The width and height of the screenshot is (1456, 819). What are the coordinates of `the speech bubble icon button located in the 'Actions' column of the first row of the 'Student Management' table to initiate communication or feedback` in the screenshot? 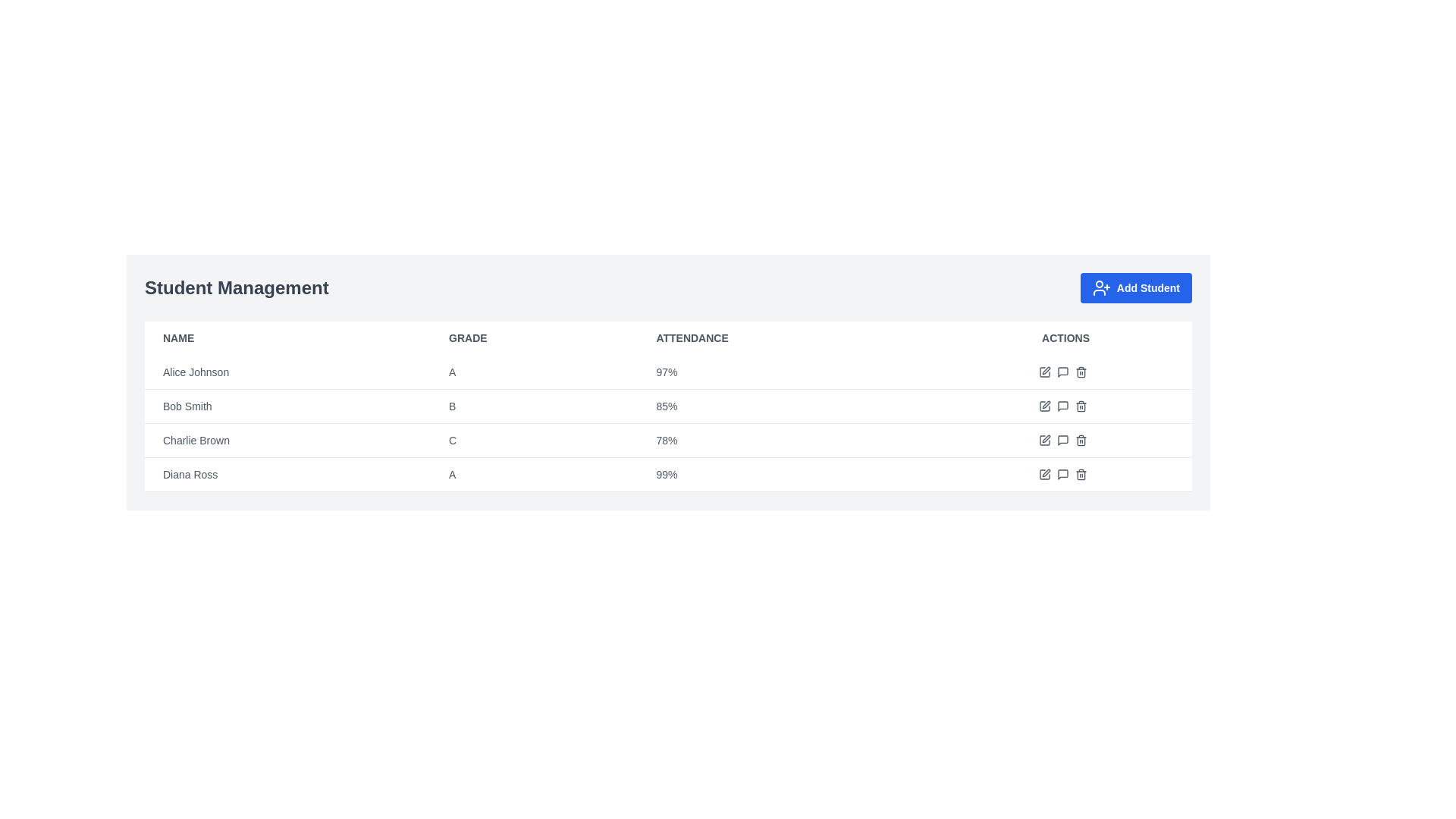 It's located at (1062, 372).